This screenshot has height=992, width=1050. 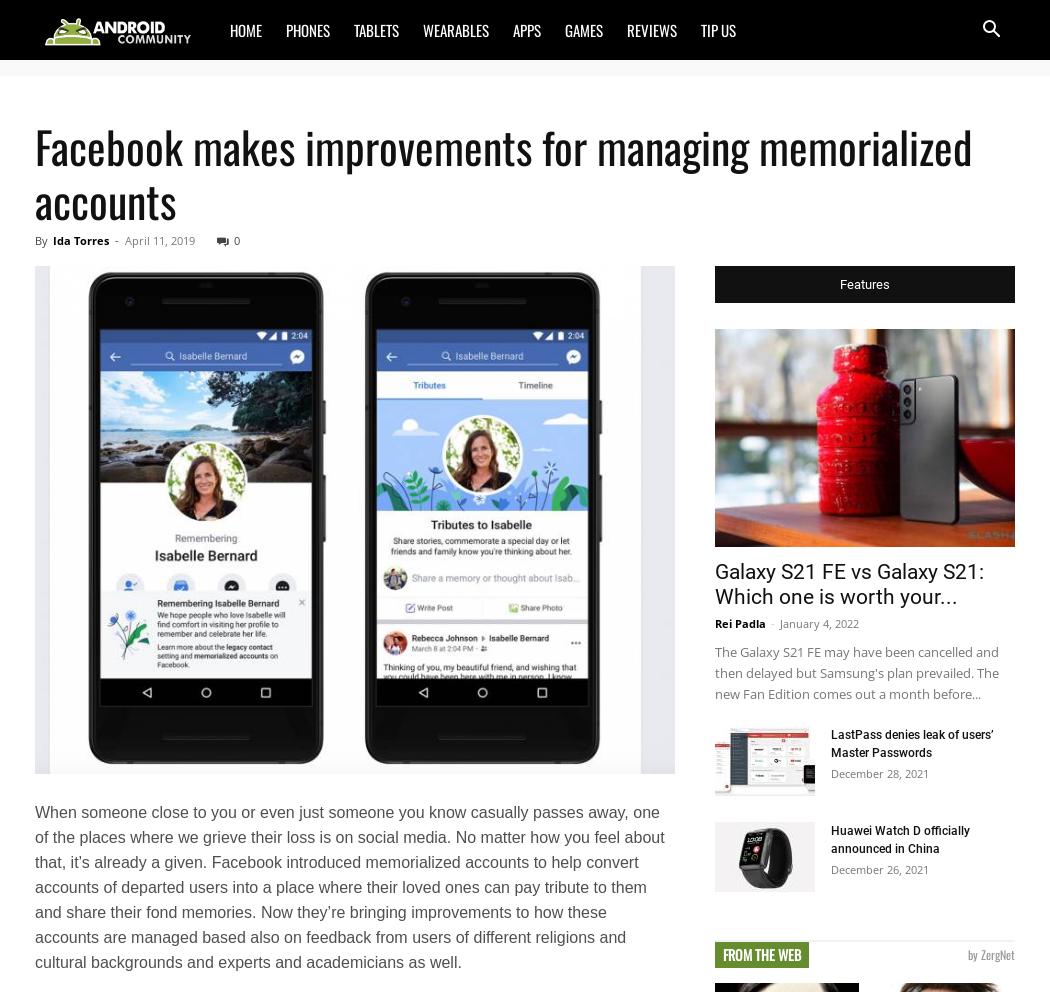 I want to click on 'Galaxy S21 FE vs Galaxy S21: Which one is worth your...', so click(x=849, y=582).